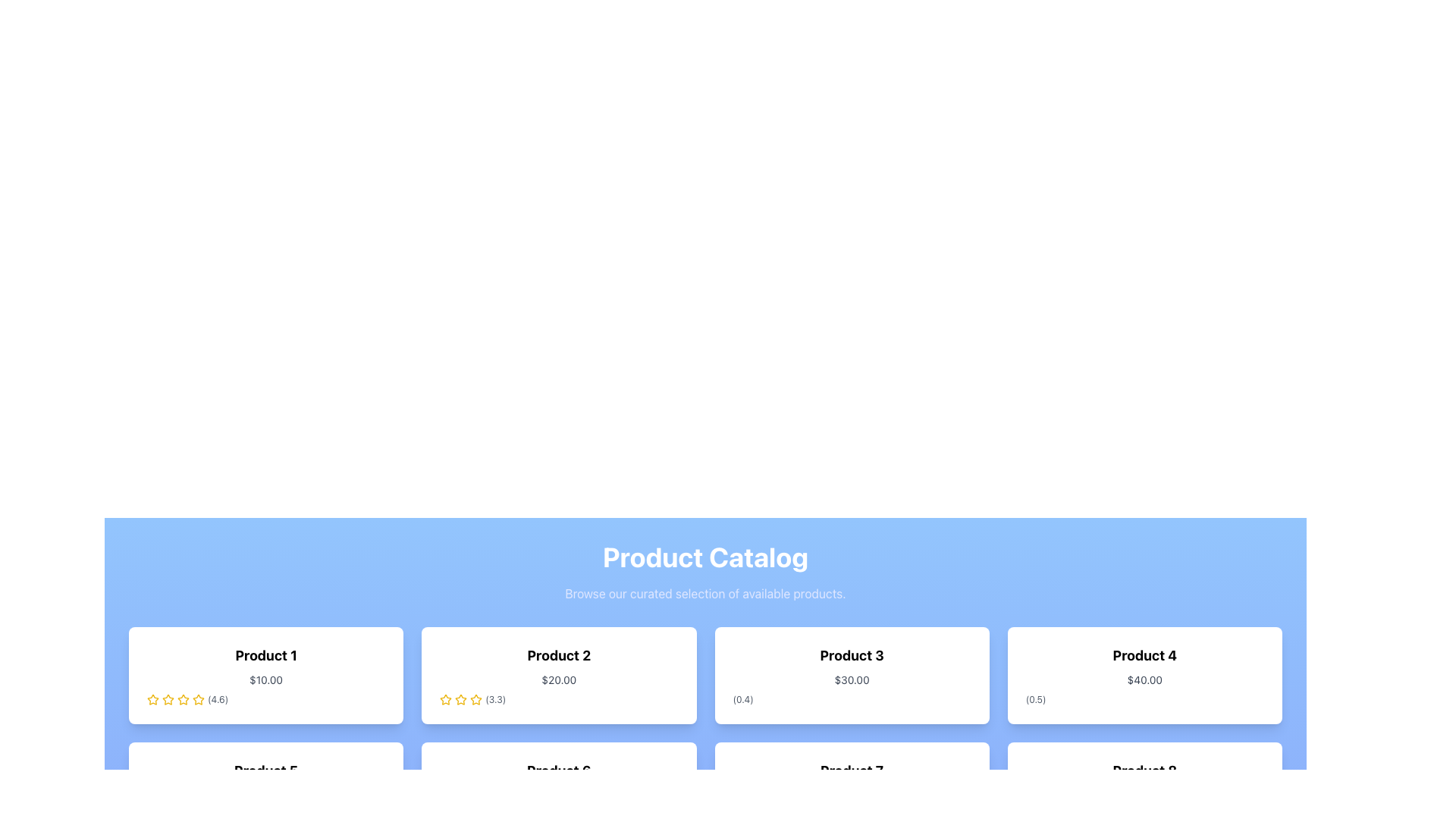 This screenshot has width=1456, height=819. Describe the element at coordinates (1144, 675) in the screenshot. I see `the Information Card displaying 'Product 4' with the price '$40.00' and additional information '(0.5)' located in the first row, fourth column of the grid` at that location.